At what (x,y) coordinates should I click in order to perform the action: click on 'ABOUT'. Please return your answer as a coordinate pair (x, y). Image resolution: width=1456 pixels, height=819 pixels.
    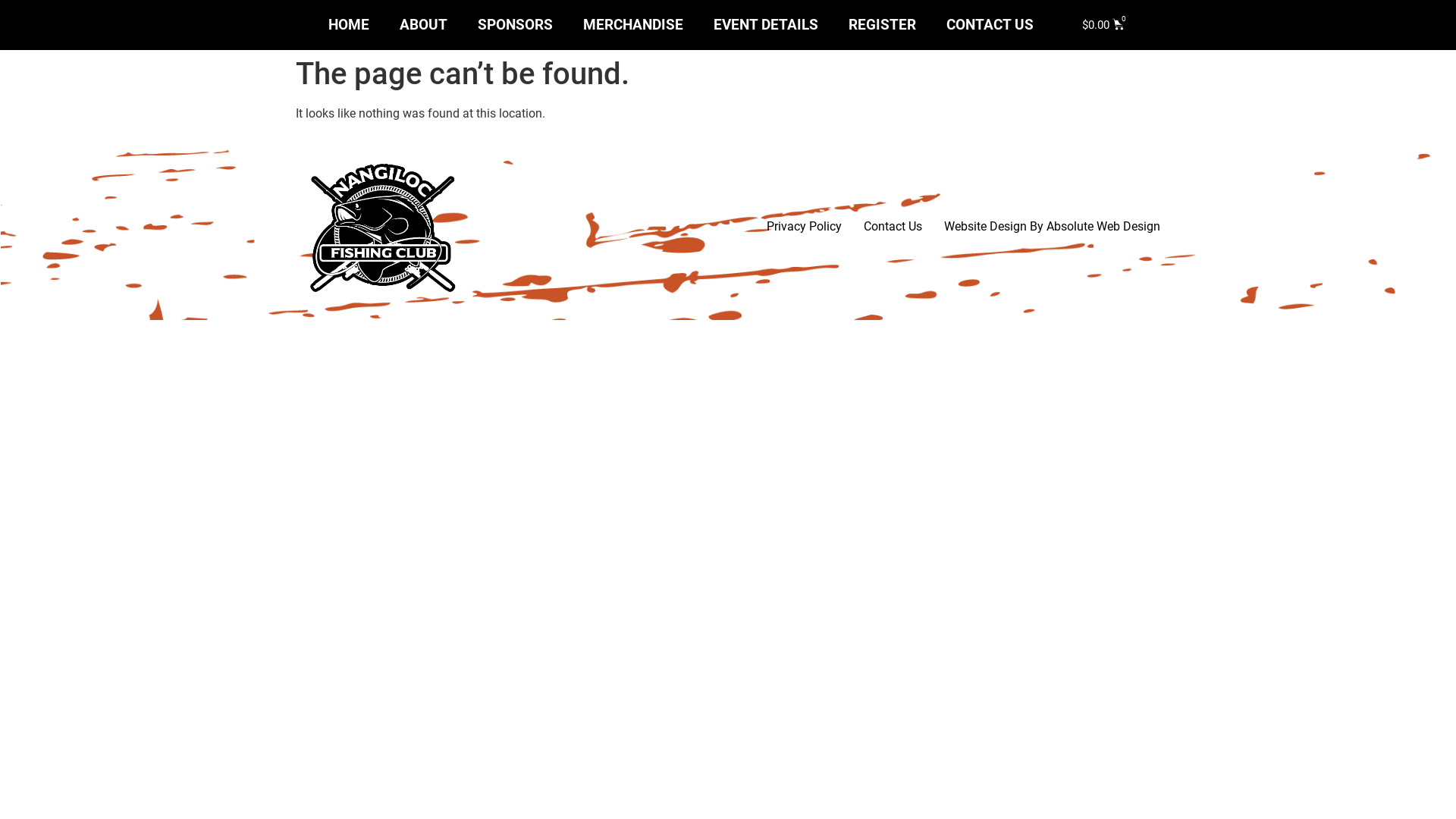
    Looking at the image, I should click on (423, 25).